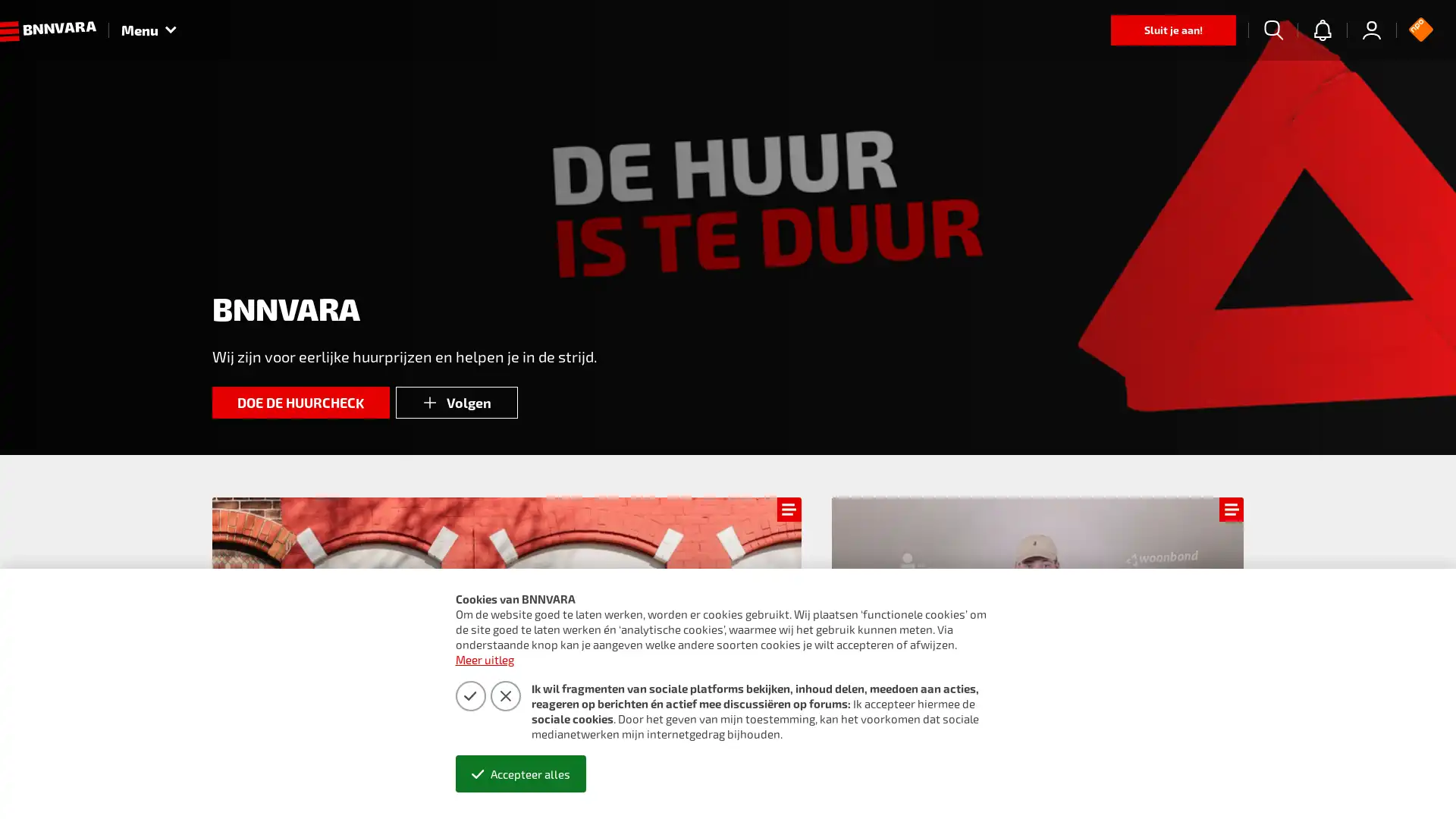 This screenshot has width=1456, height=819. I want to click on zoek, so click(1273, 30).